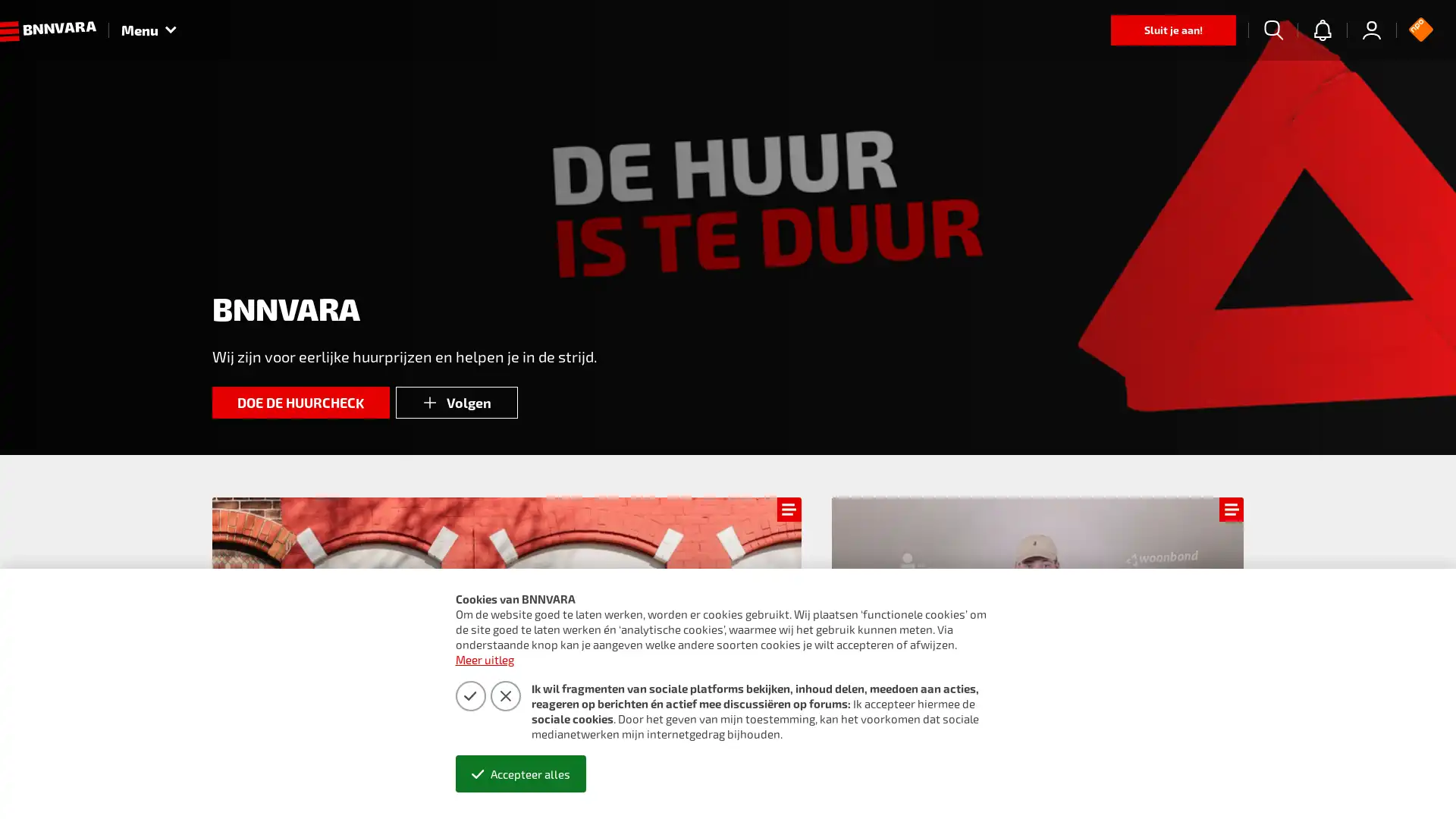 This screenshot has width=1456, height=819. I want to click on zoek, so click(1273, 30).